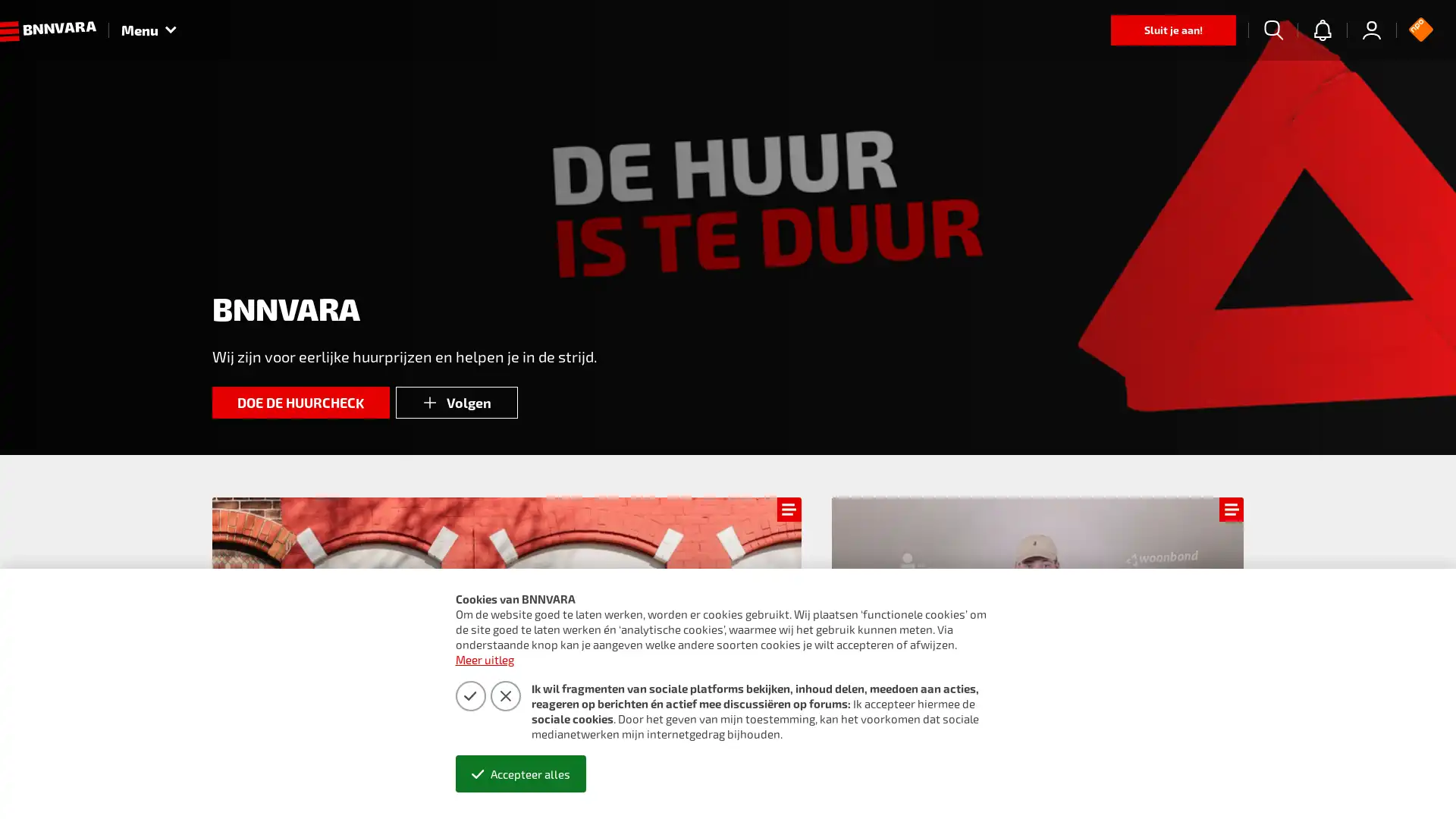 This screenshot has width=1456, height=819. I want to click on zoek, so click(1273, 30).